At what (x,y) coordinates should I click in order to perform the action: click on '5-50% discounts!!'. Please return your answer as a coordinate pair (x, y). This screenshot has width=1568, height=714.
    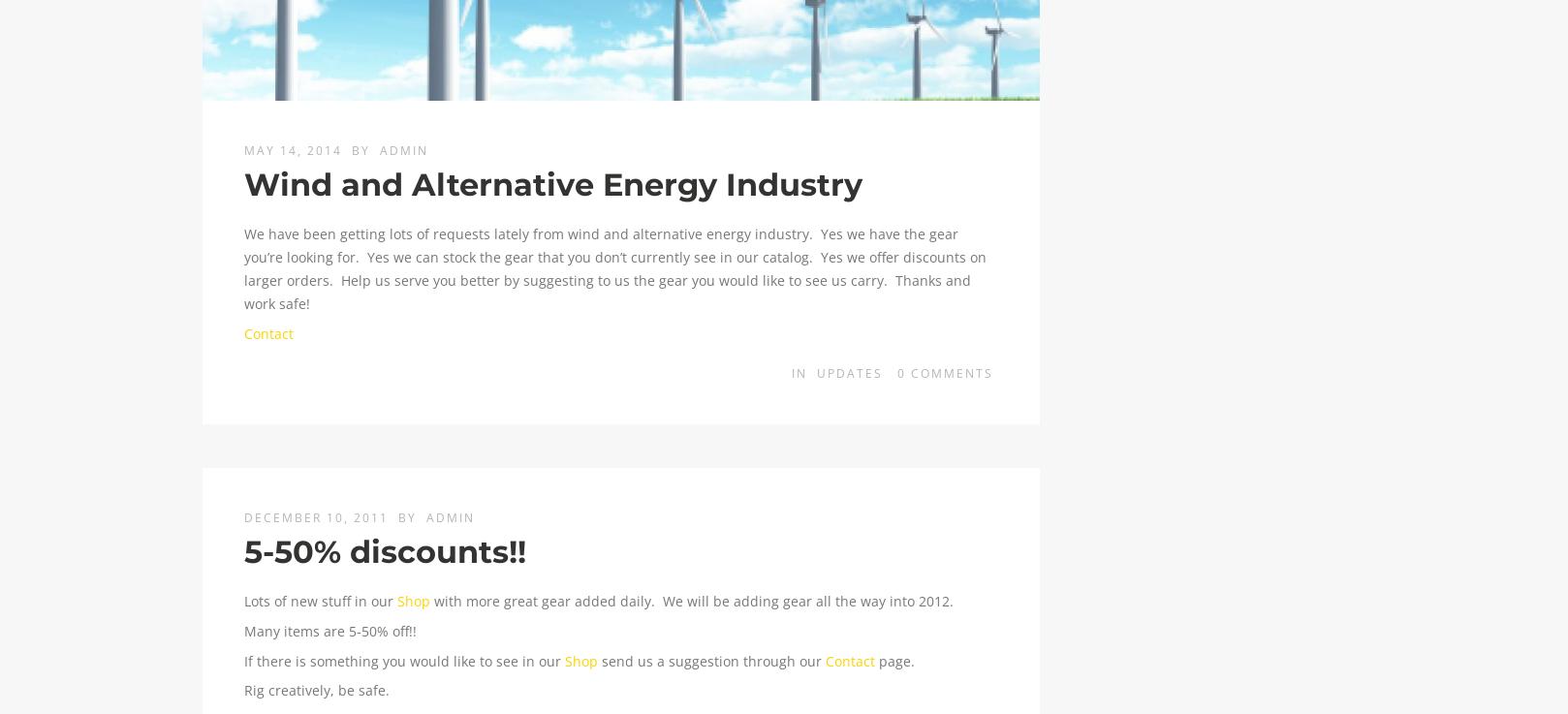
    Looking at the image, I should click on (385, 550).